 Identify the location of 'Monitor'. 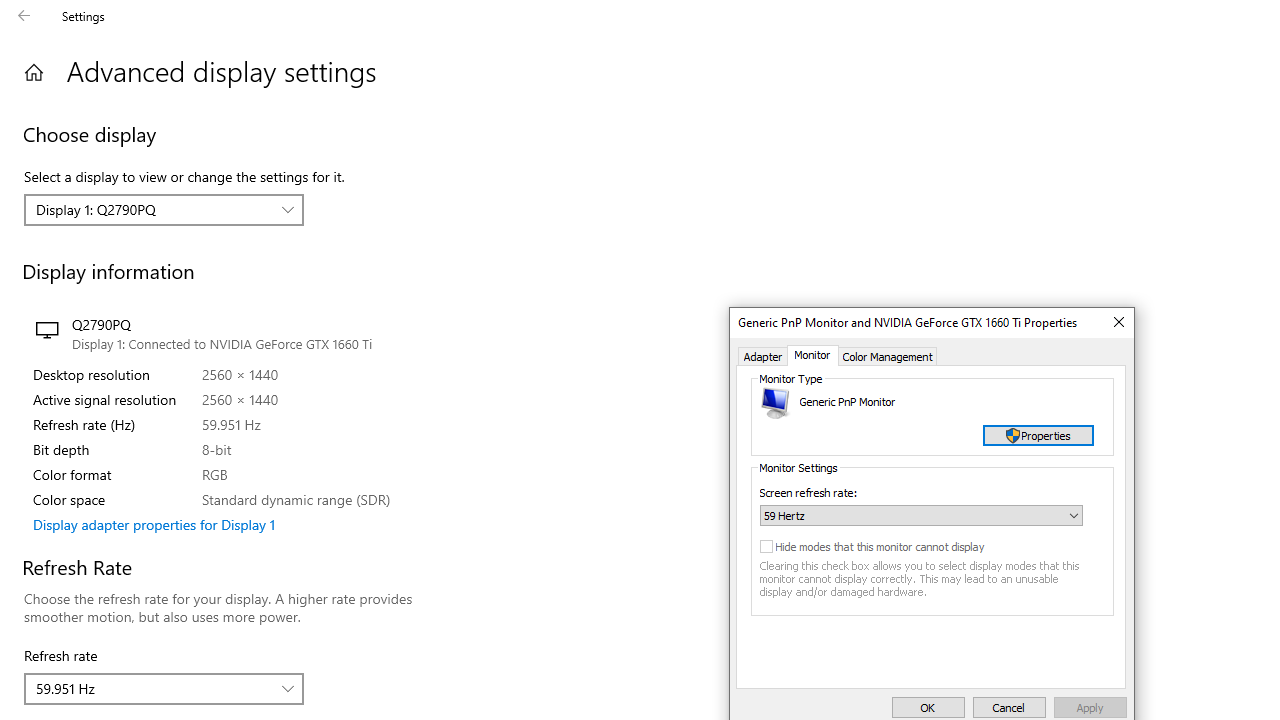
(812, 355).